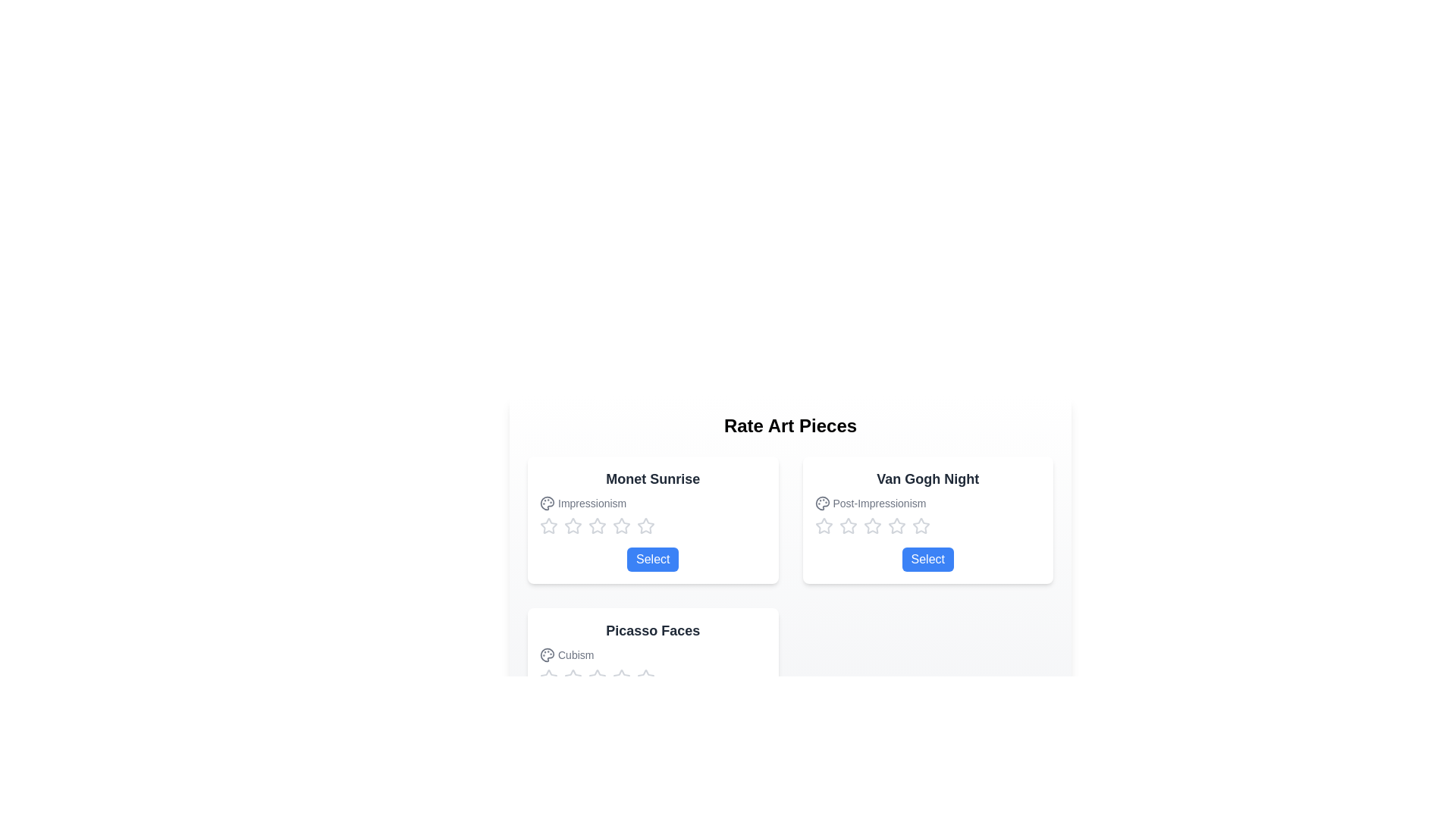 The width and height of the screenshot is (1456, 819). Describe the element at coordinates (927, 526) in the screenshot. I see `the highlighted fifth star in the Rating stars row` at that location.